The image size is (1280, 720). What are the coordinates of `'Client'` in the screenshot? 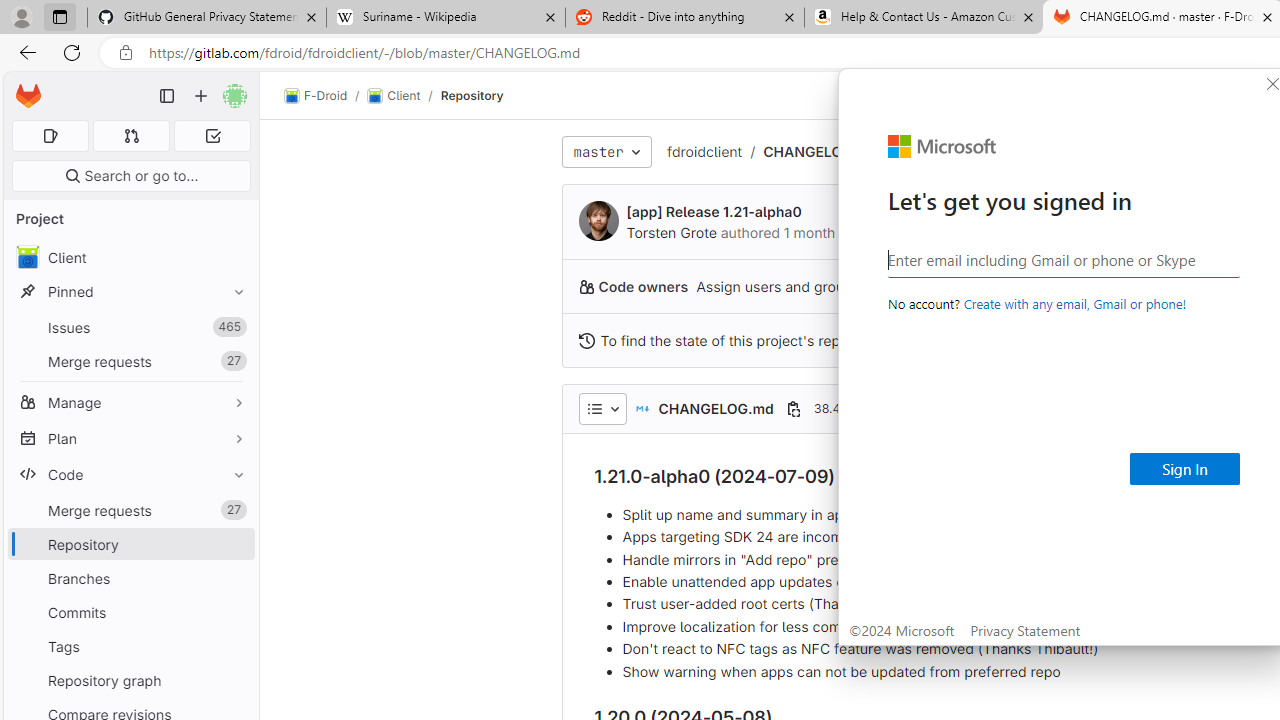 It's located at (394, 96).